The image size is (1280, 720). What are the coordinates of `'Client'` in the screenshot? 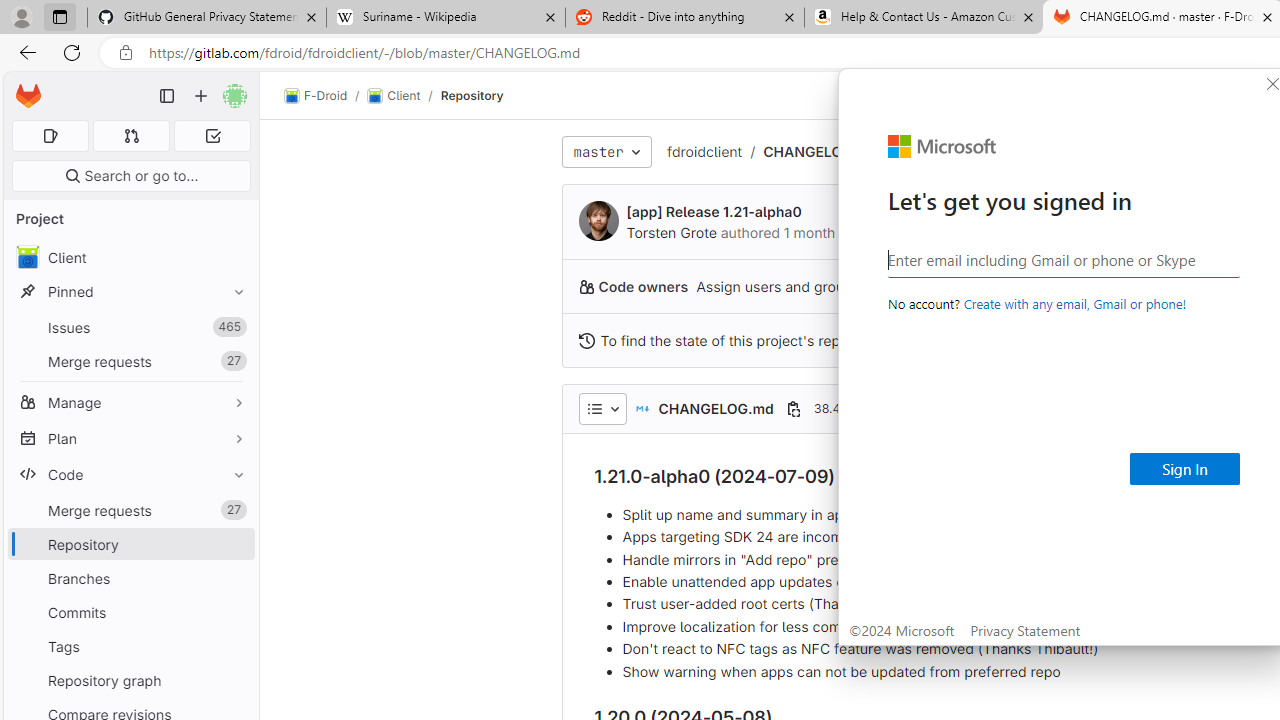 It's located at (394, 96).